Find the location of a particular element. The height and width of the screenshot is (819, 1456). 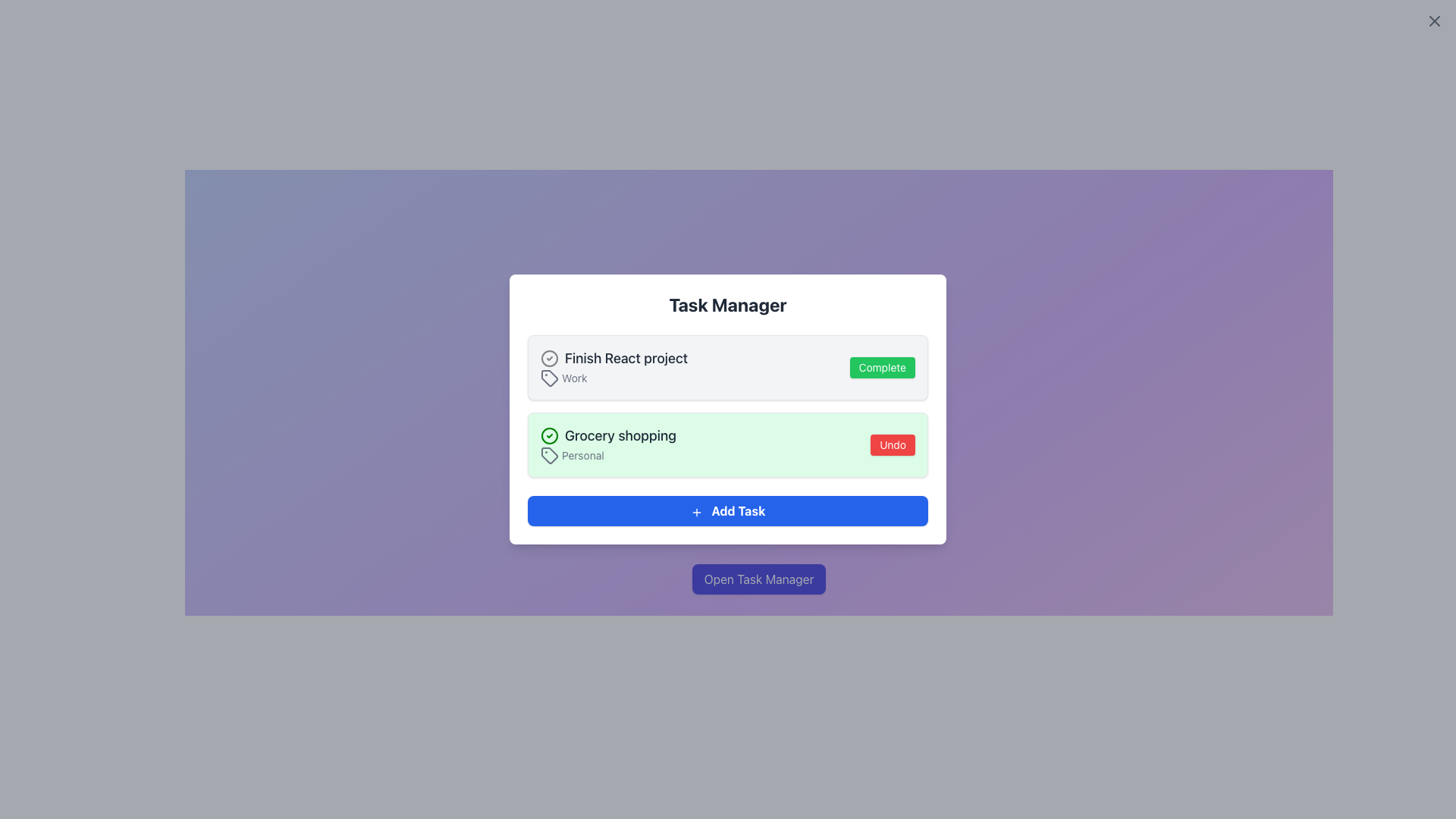

the 'Open Task Manager' button, which is a distinct rectangular button with a dark indigo background and white text, located at the bottom center of the interface below the main task management card is located at coordinates (759, 579).